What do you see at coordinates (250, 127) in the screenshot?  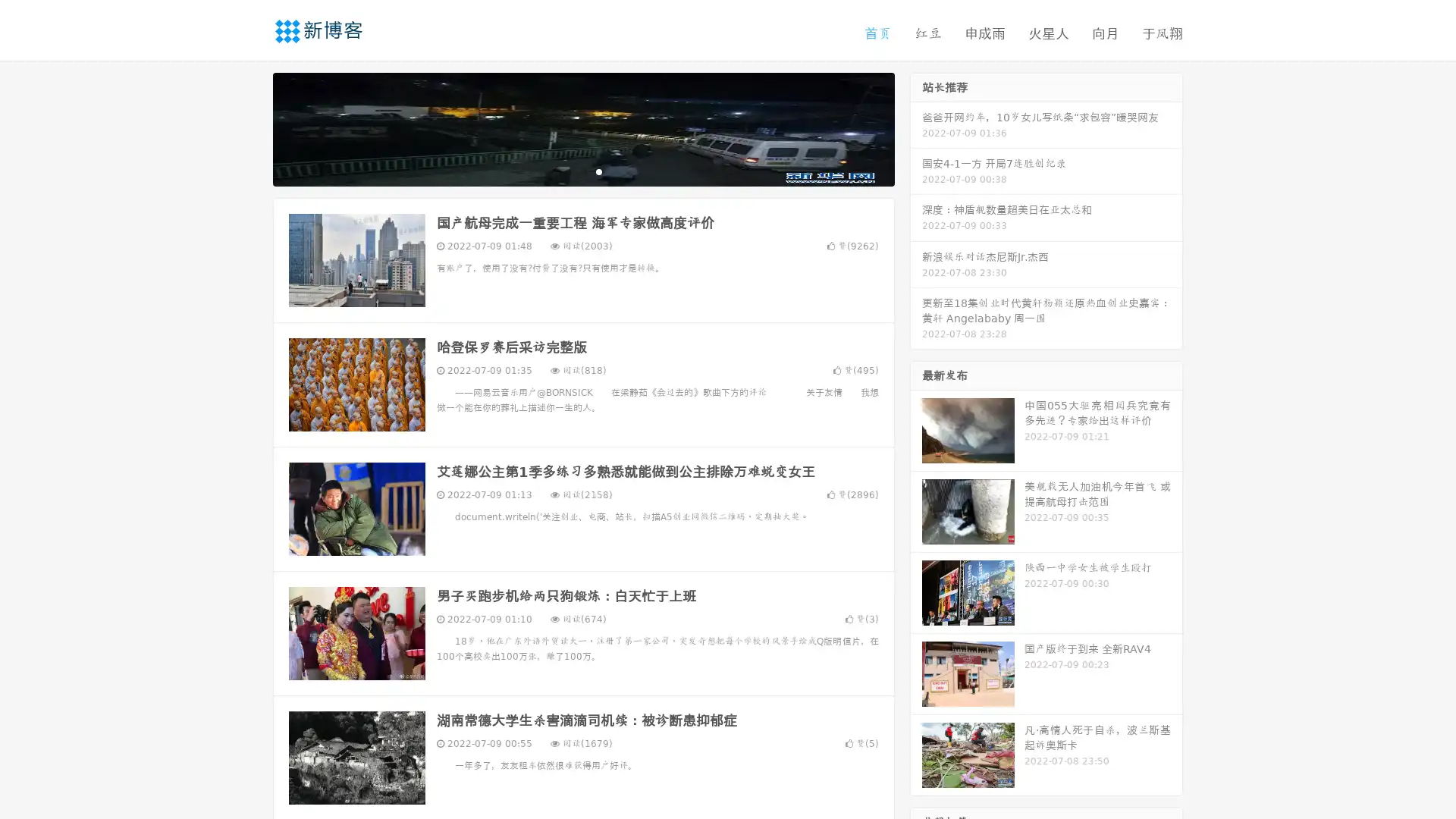 I see `Previous slide` at bounding box center [250, 127].